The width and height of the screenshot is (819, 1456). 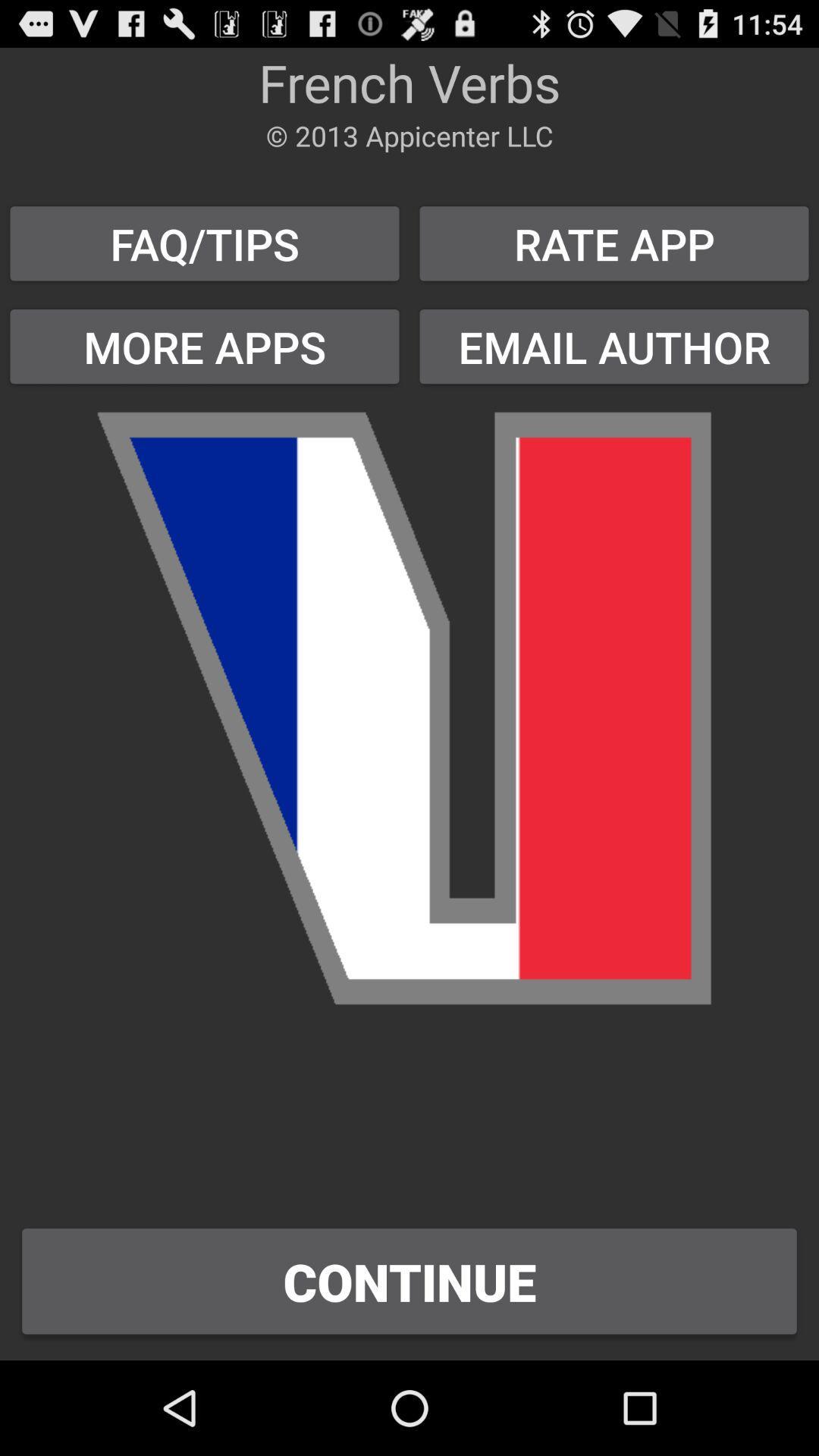 What do you see at coordinates (409, 1280) in the screenshot?
I see `the continue item` at bounding box center [409, 1280].